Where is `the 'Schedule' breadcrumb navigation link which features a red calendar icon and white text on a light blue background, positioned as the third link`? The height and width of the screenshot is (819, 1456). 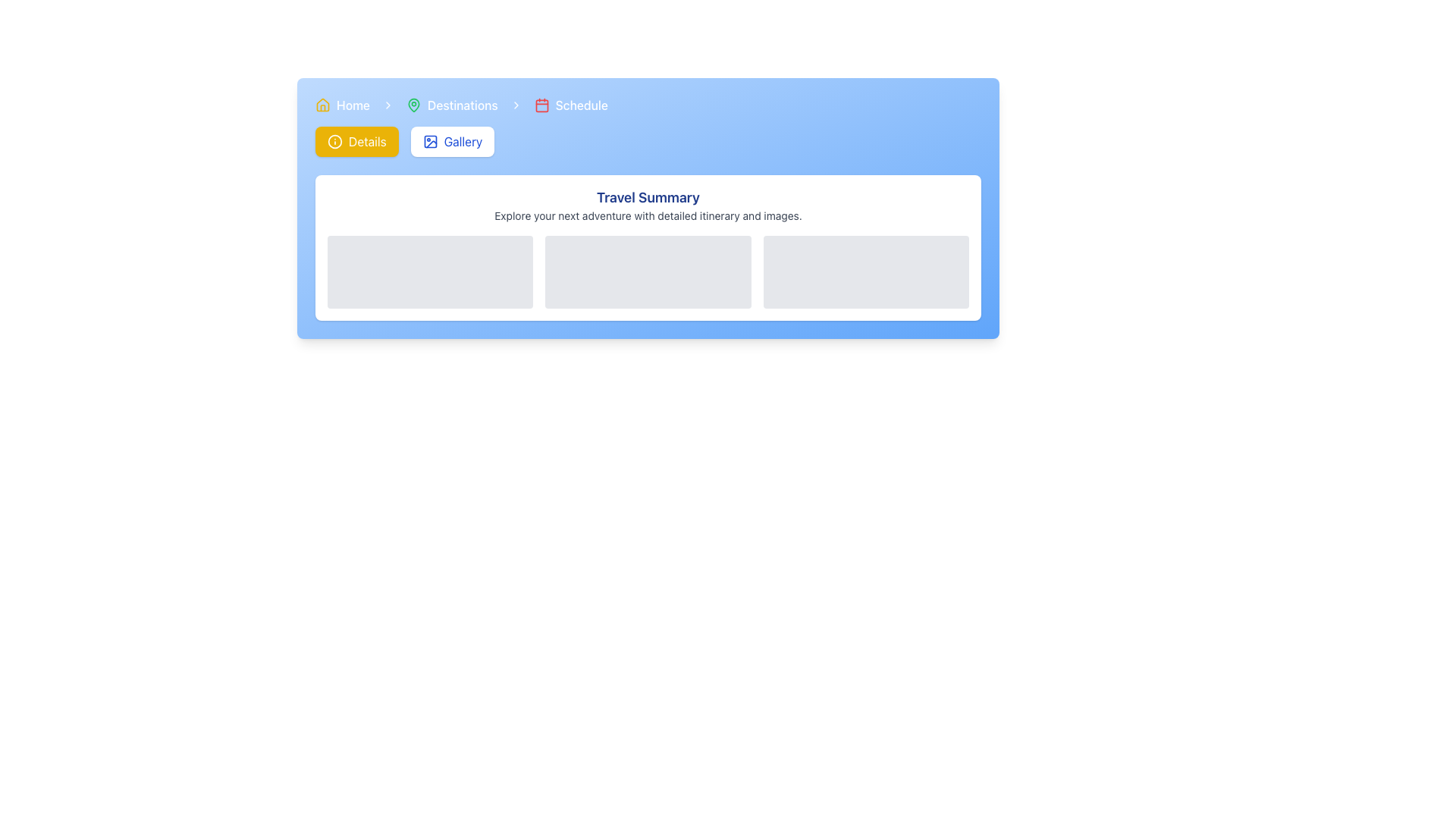
the 'Schedule' breadcrumb navigation link which features a red calendar icon and white text on a light blue background, positioned as the third link is located at coordinates (570, 104).